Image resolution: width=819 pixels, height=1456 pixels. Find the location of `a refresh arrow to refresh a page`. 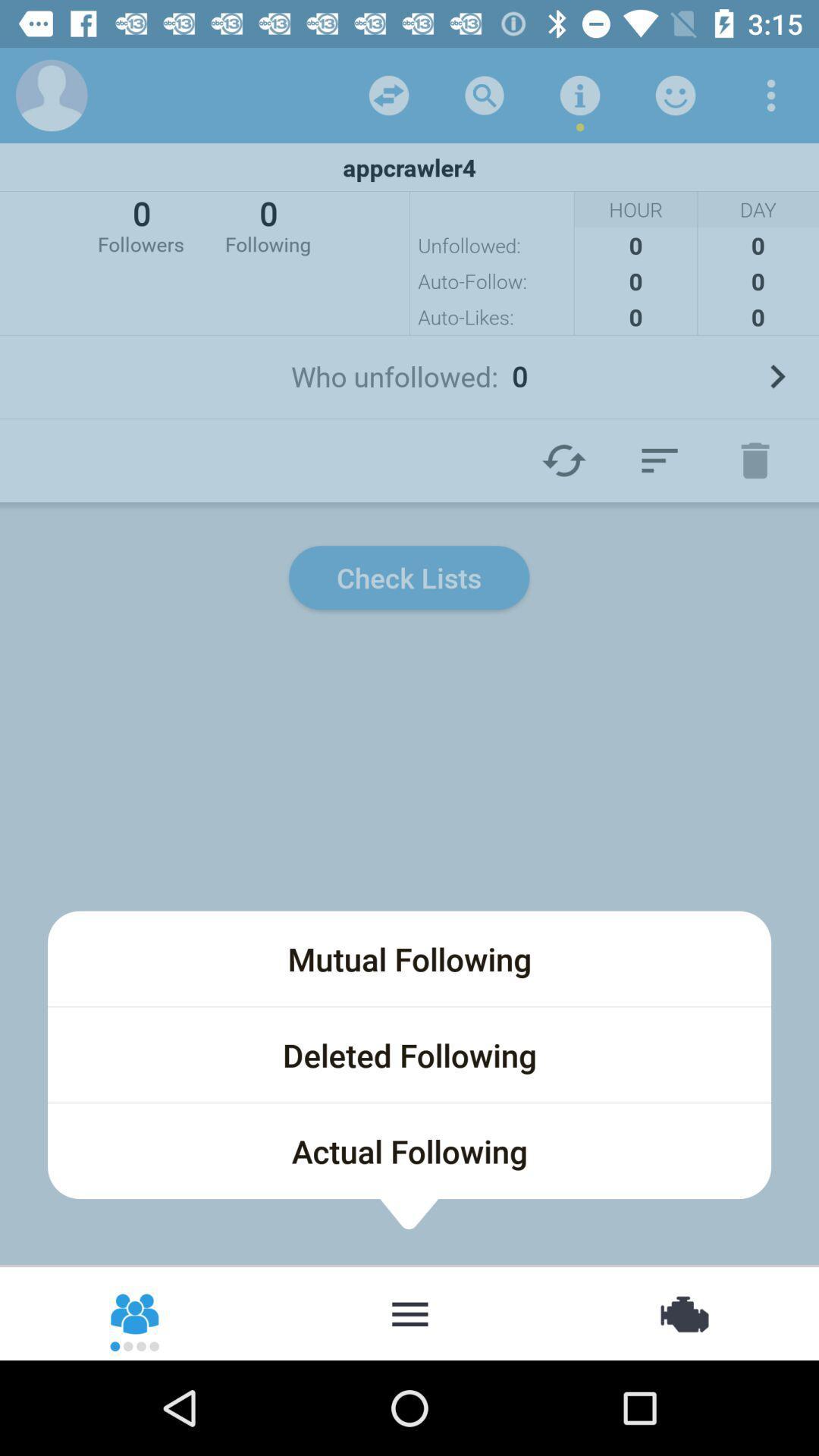

a refresh arrow to refresh a page is located at coordinates (564, 460).